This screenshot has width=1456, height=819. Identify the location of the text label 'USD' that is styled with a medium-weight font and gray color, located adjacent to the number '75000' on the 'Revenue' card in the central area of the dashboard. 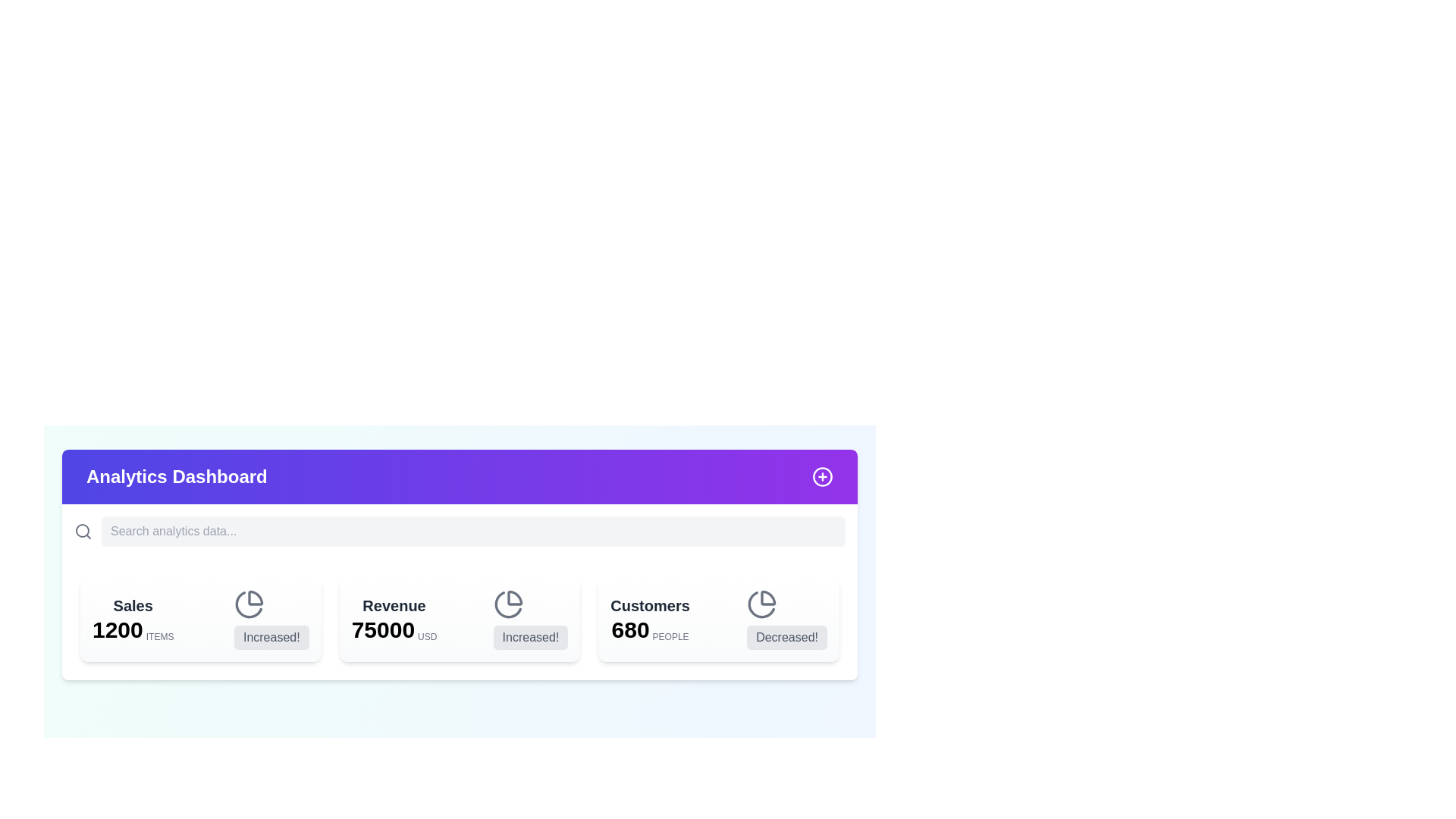
(426, 637).